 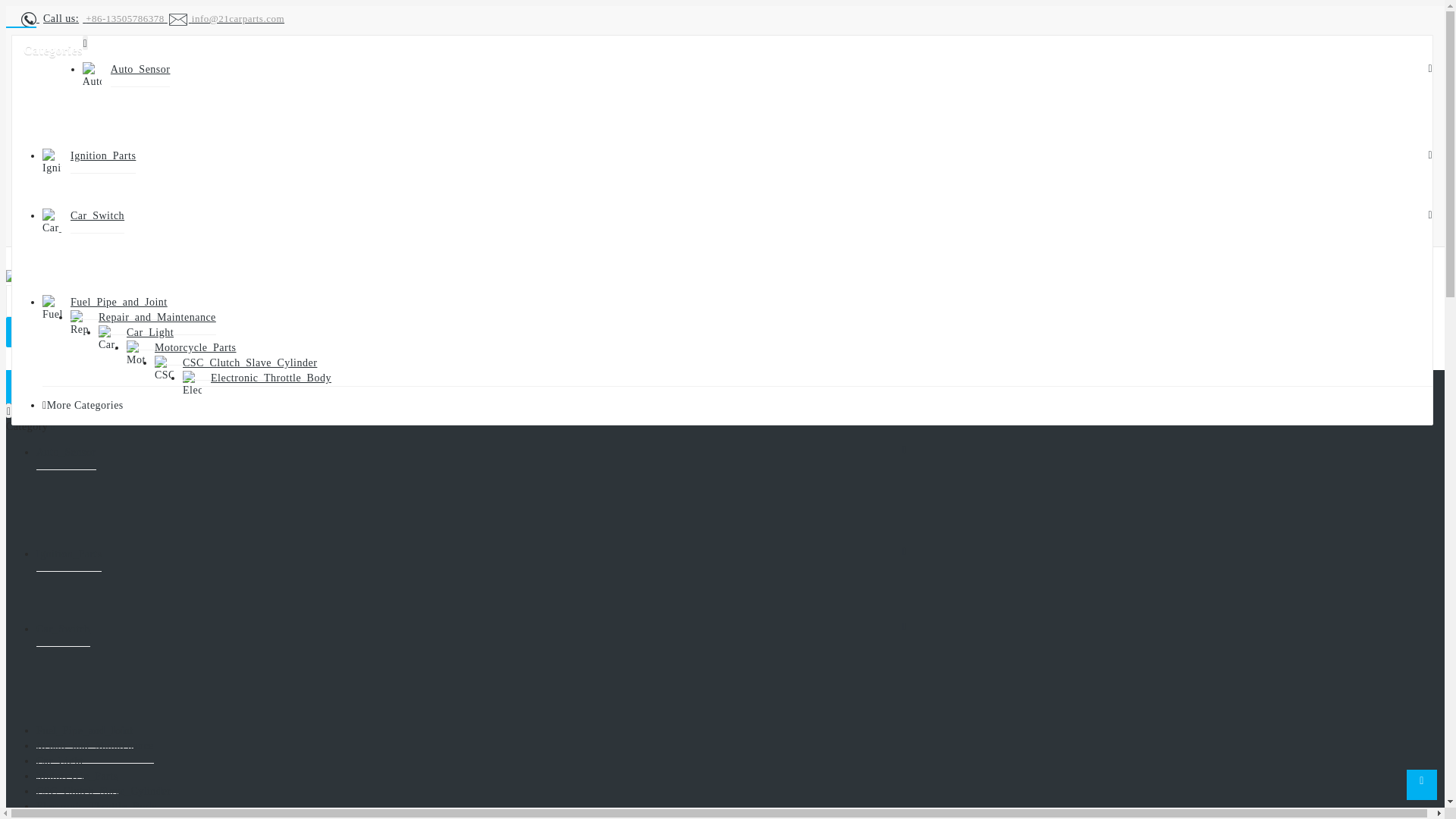 I want to click on 'Call us: +86-13505786378', so click(x=93, y=18).